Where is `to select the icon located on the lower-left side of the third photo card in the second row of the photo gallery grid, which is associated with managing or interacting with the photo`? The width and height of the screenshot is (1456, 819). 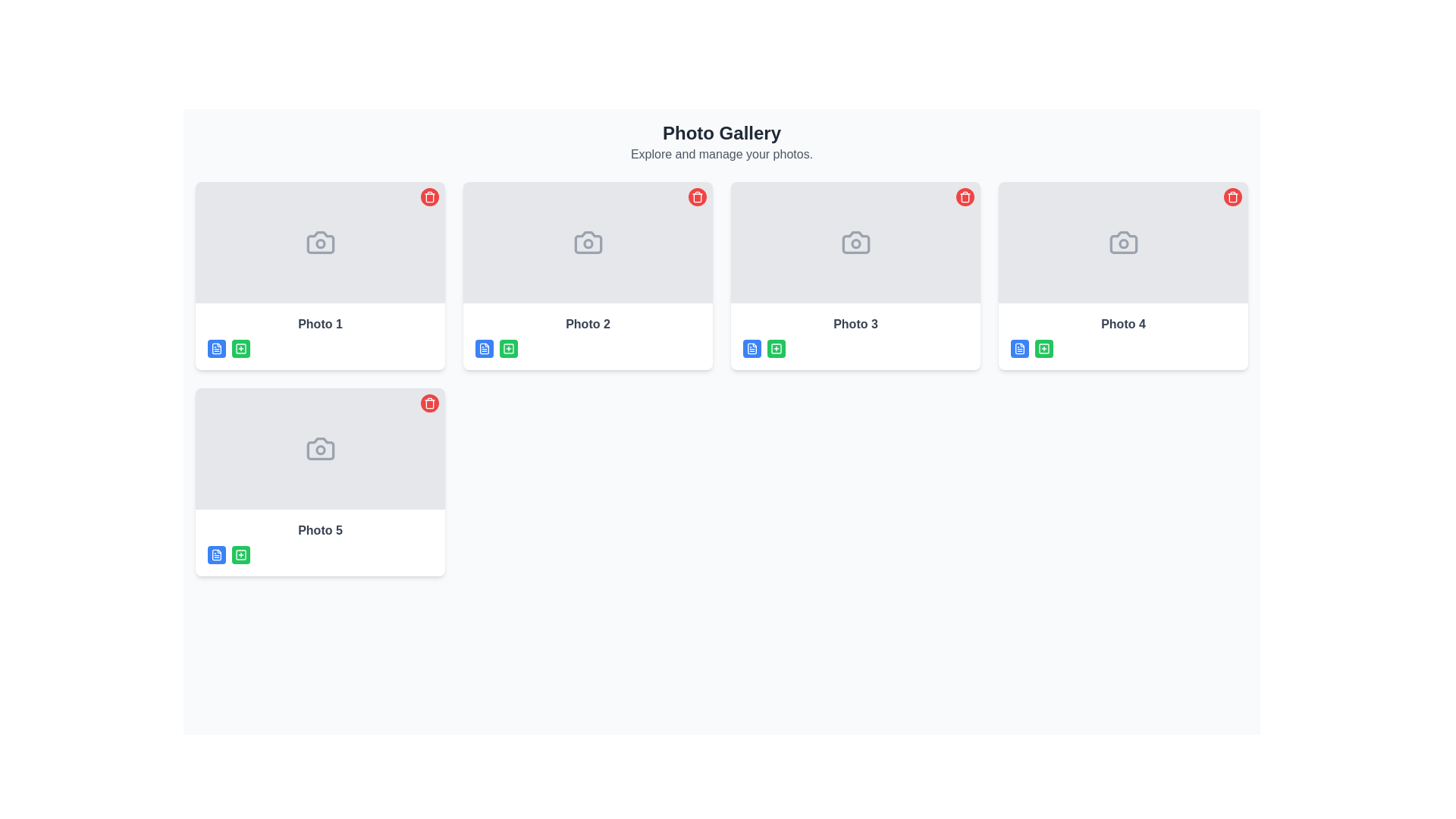
to select the icon located on the lower-left side of the third photo card in the second row of the photo gallery grid, which is associated with managing or interacting with the photo is located at coordinates (752, 348).